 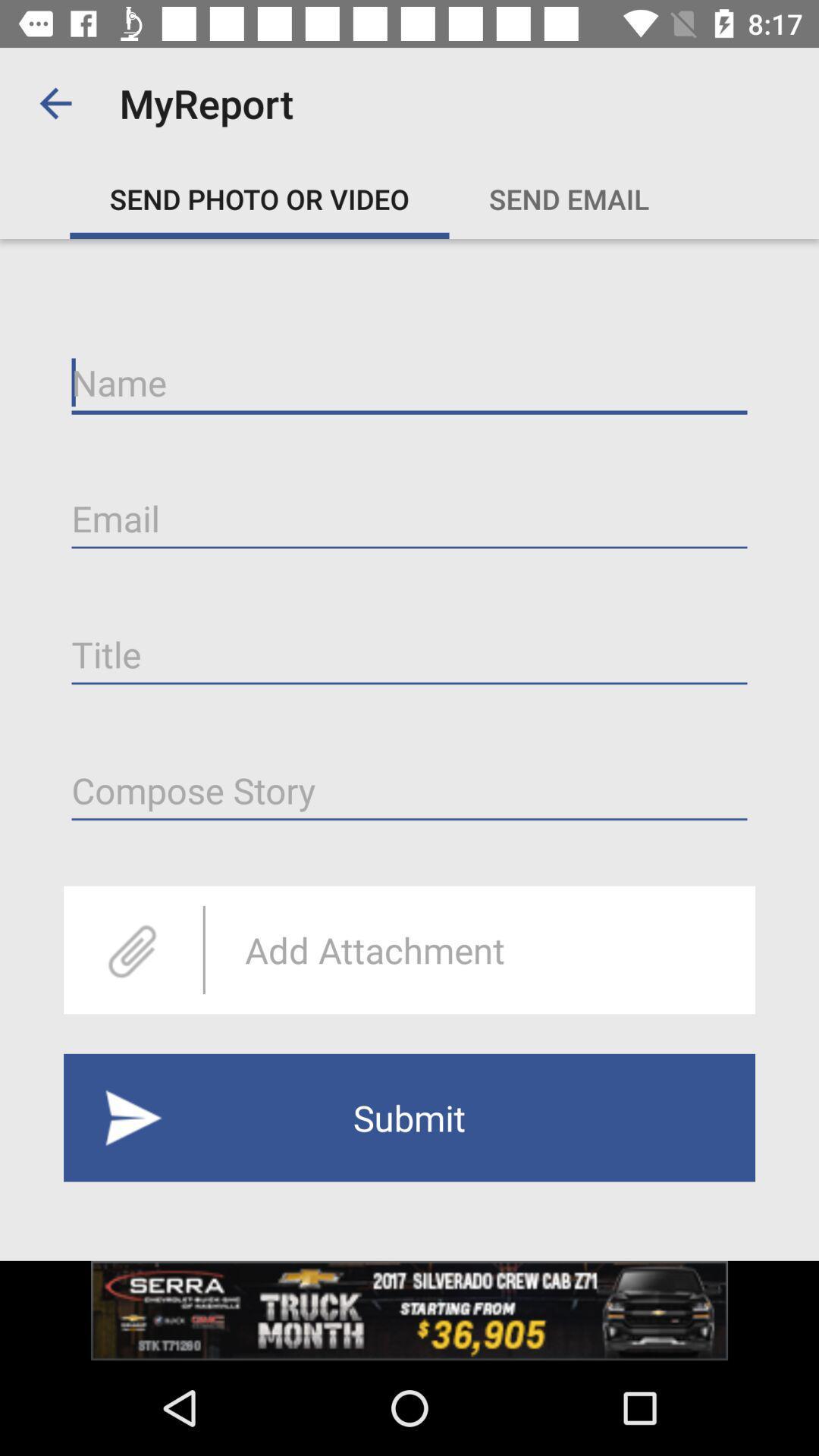 What do you see at coordinates (409, 383) in the screenshot?
I see `type name on line` at bounding box center [409, 383].